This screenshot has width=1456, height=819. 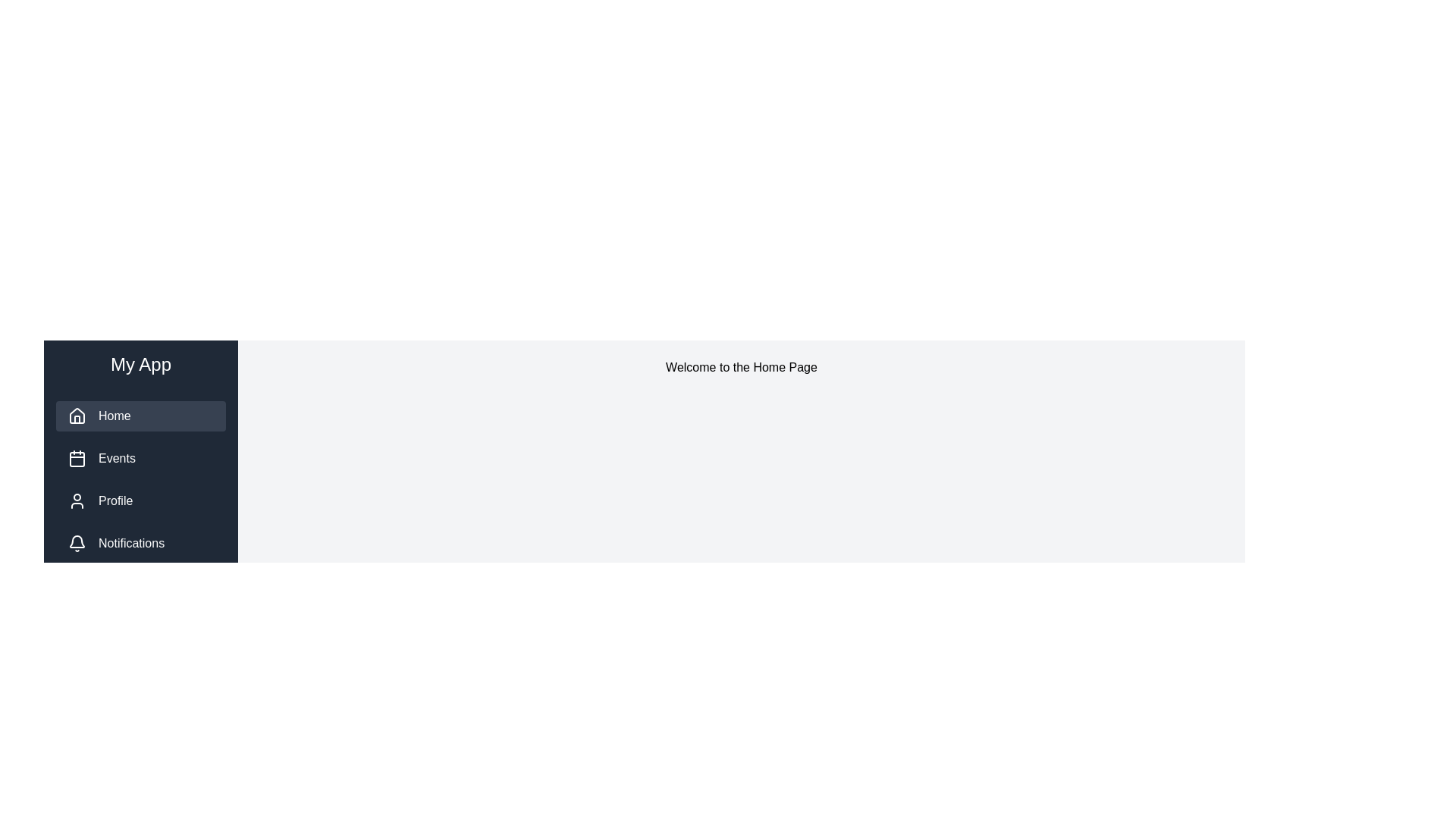 I want to click on the SVG icon resembling a house outline in the sidebar navigation menu labeled 'Home', so click(x=76, y=416).